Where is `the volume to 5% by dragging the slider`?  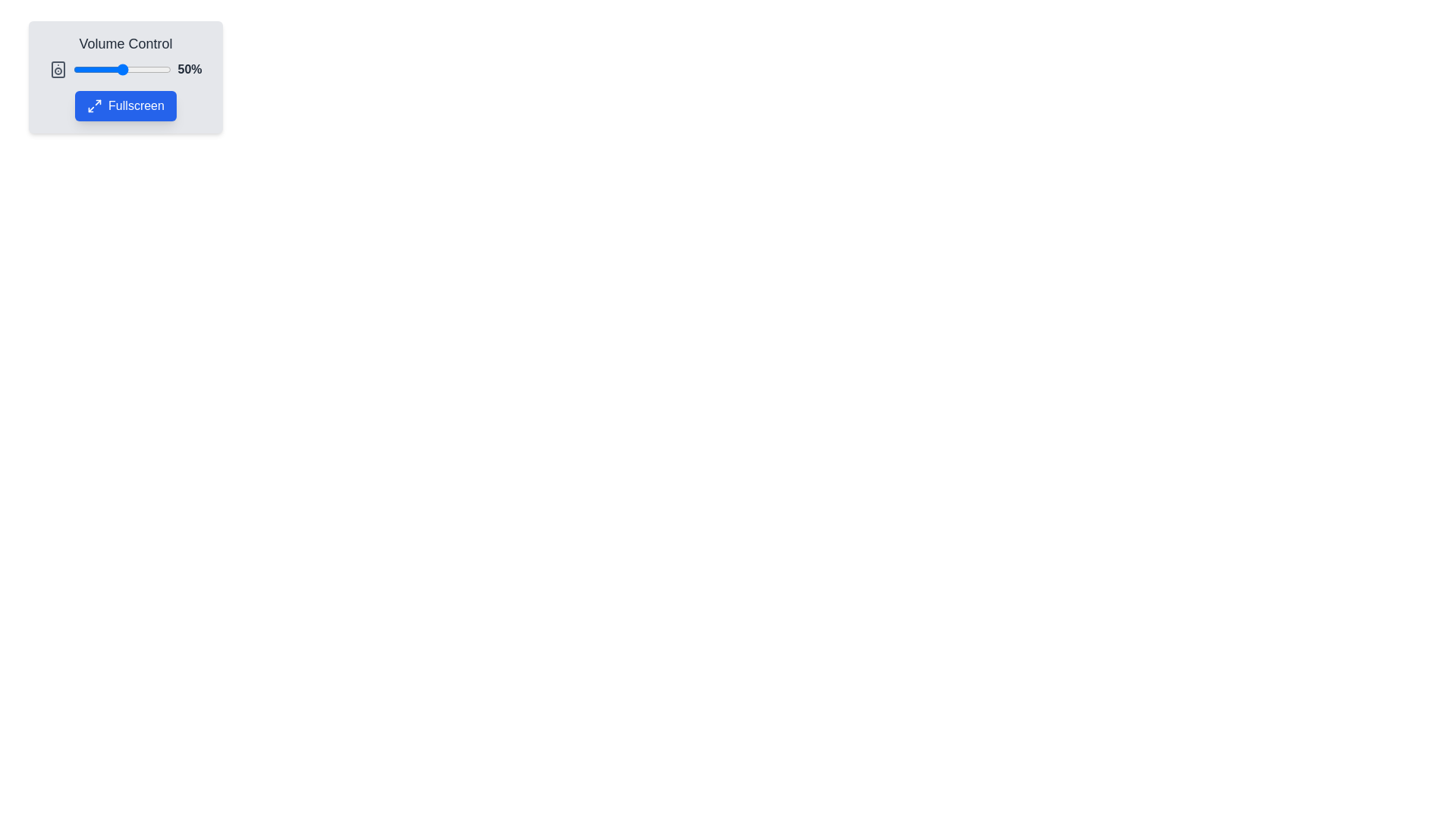
the volume to 5% by dragging the slider is located at coordinates (77, 70).